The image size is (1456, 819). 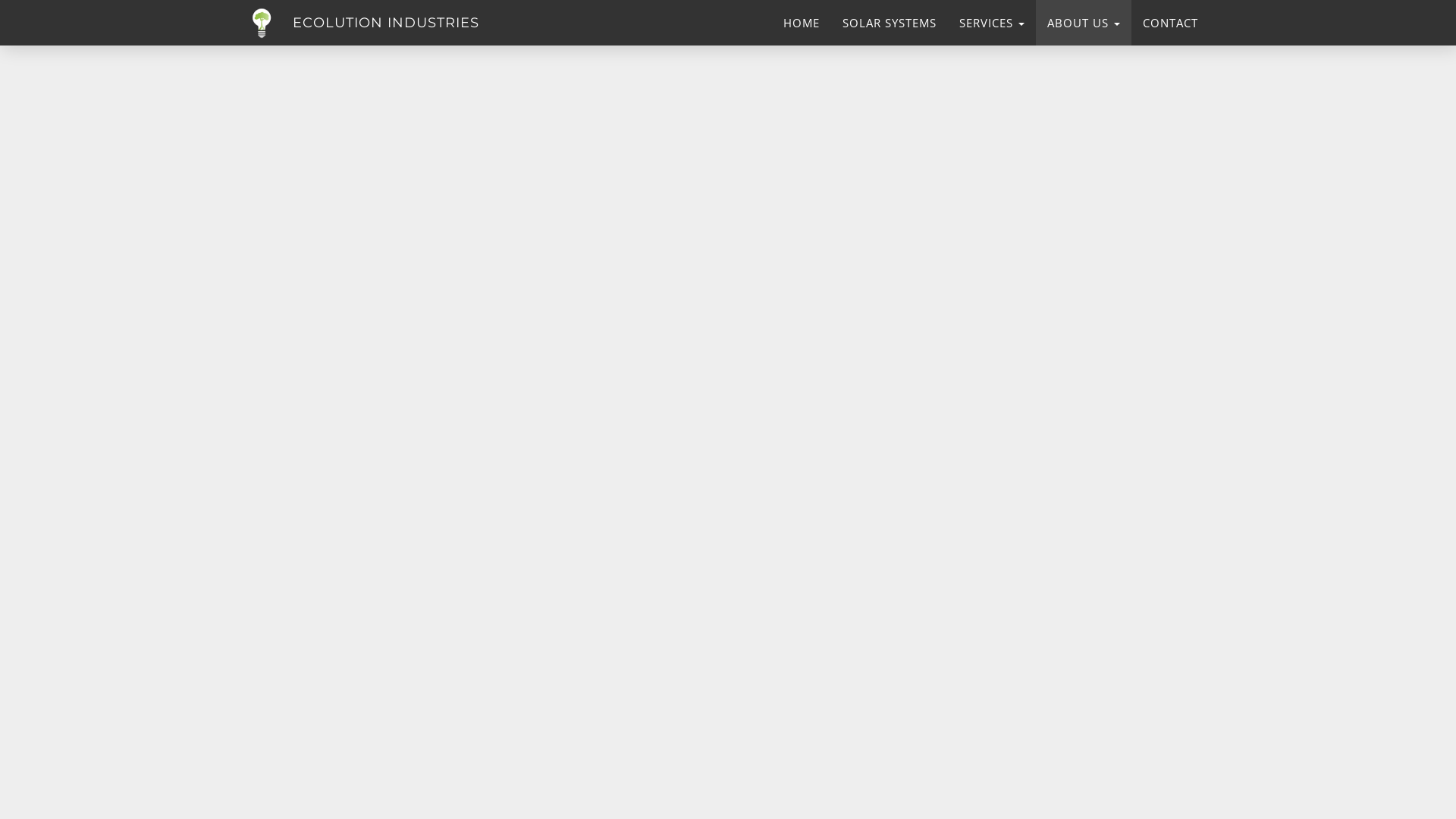 I want to click on 'HOME', so click(x=800, y=23).